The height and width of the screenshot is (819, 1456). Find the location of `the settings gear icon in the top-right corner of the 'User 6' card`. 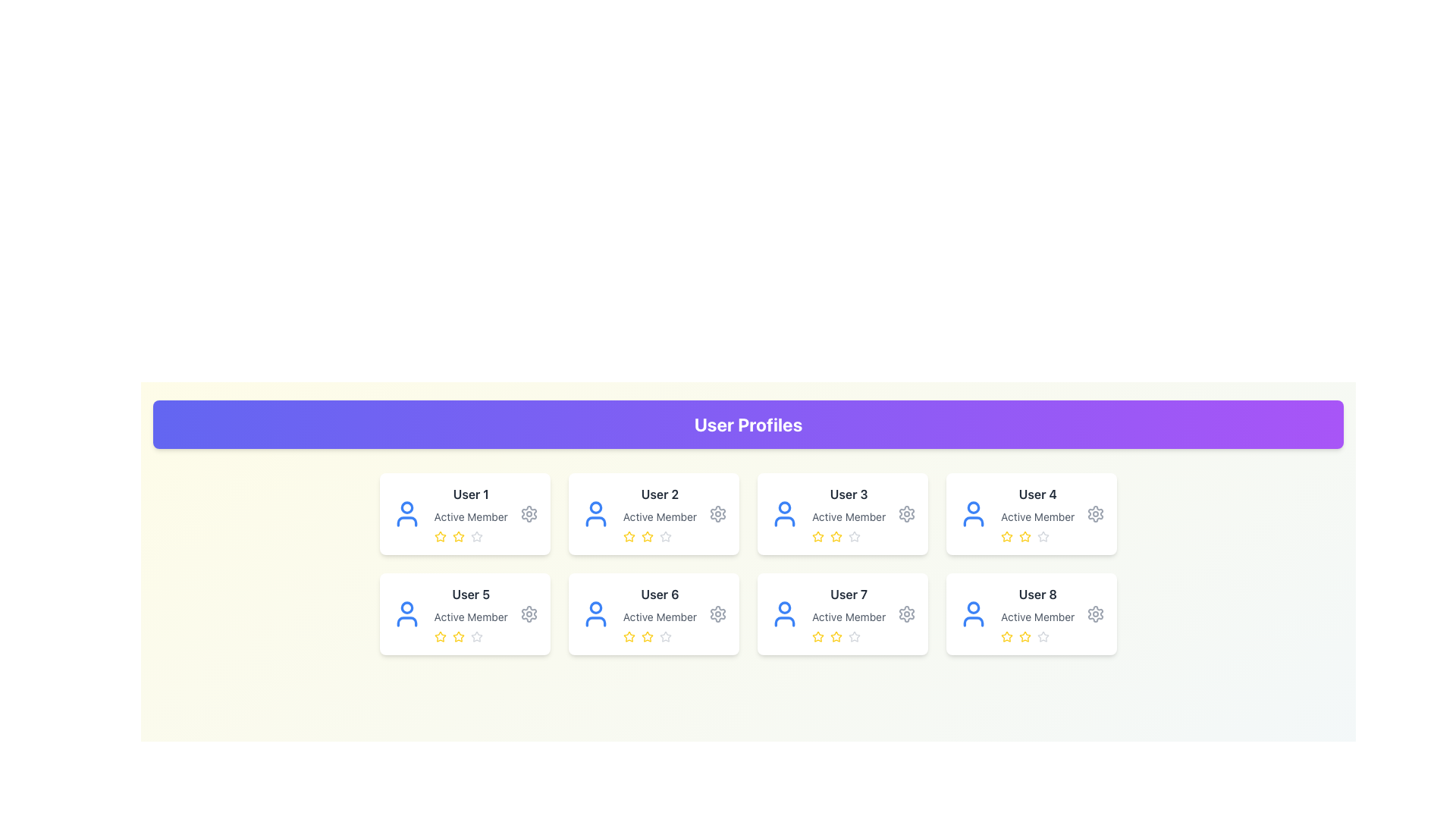

the settings gear icon in the top-right corner of the 'User 6' card is located at coordinates (717, 614).